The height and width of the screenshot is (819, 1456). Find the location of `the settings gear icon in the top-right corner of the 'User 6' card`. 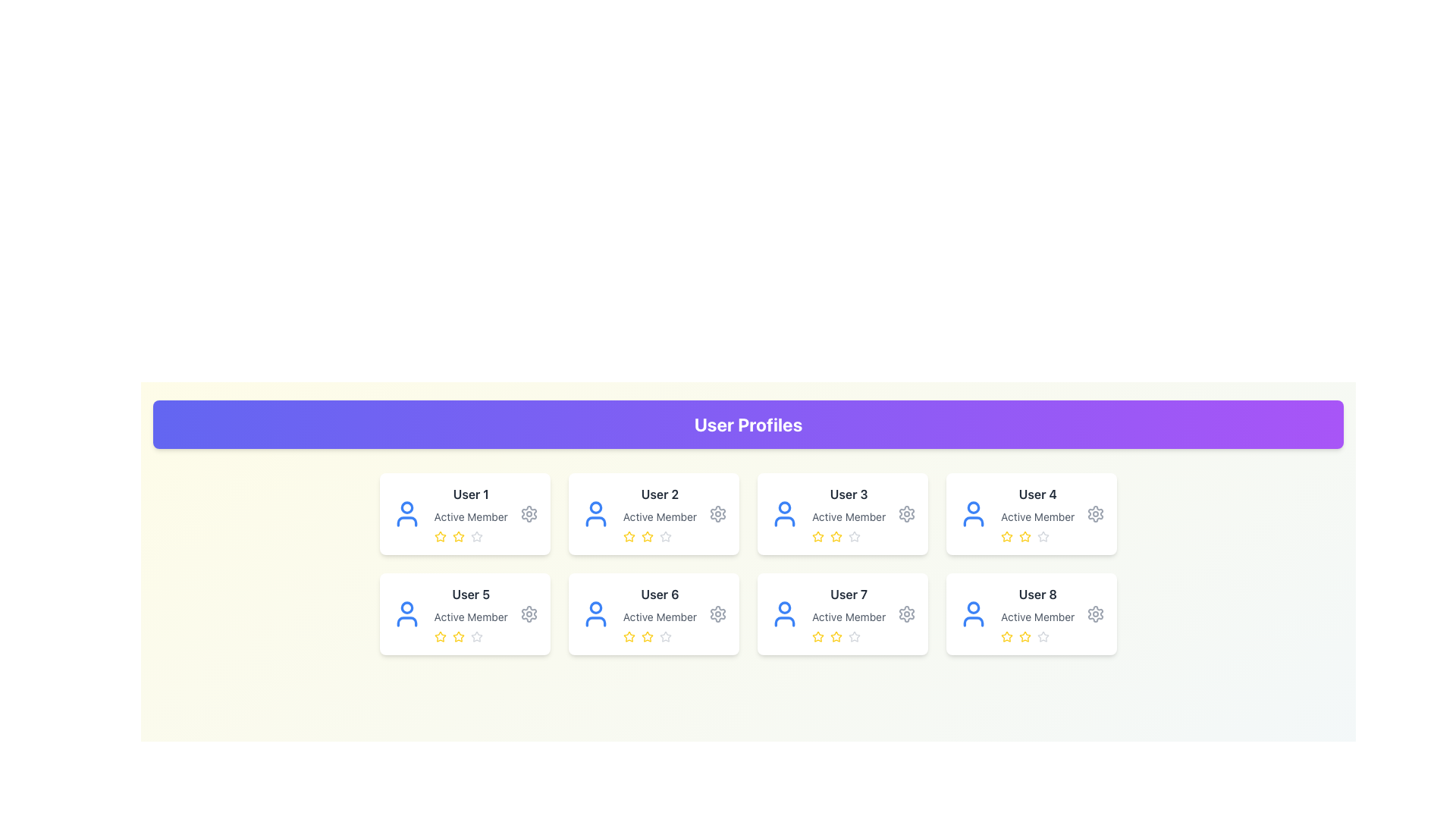

the settings gear icon in the top-right corner of the 'User 6' card is located at coordinates (717, 614).